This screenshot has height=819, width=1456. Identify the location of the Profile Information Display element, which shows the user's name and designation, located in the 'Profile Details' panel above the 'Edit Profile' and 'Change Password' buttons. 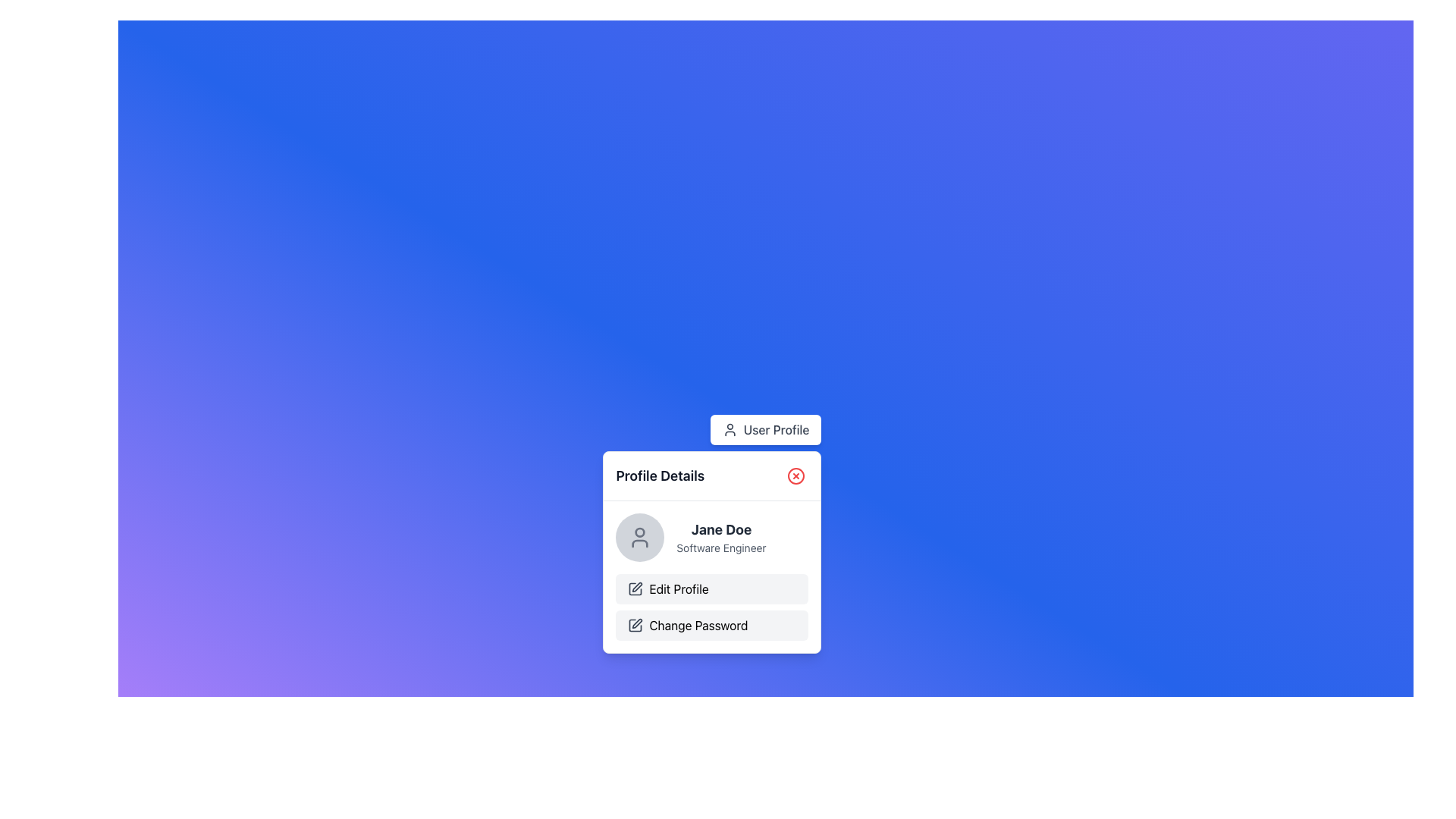
(711, 537).